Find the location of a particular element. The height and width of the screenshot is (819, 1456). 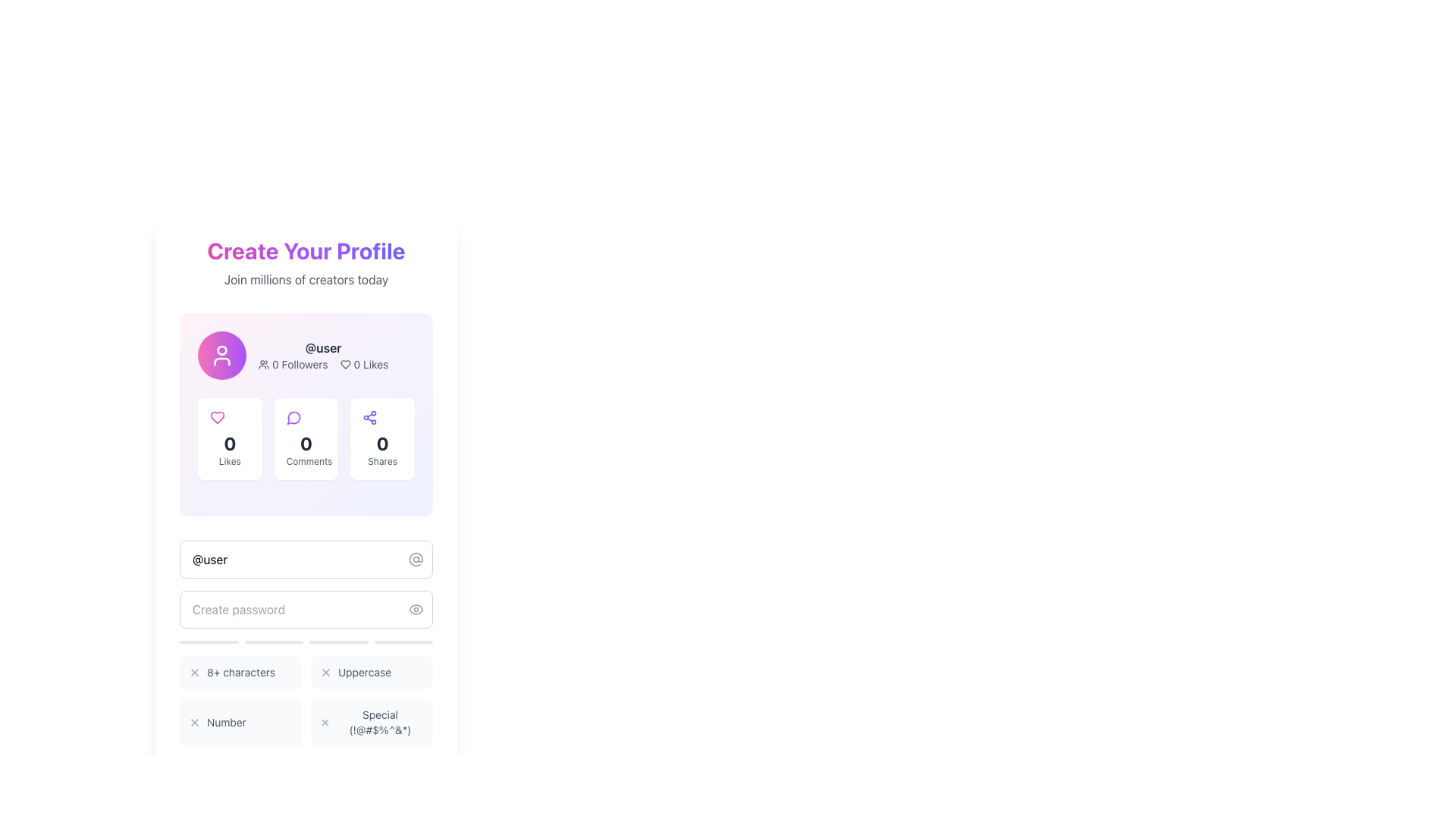

the heart-shaped icon with a bold pink outline to like the content is located at coordinates (217, 418).